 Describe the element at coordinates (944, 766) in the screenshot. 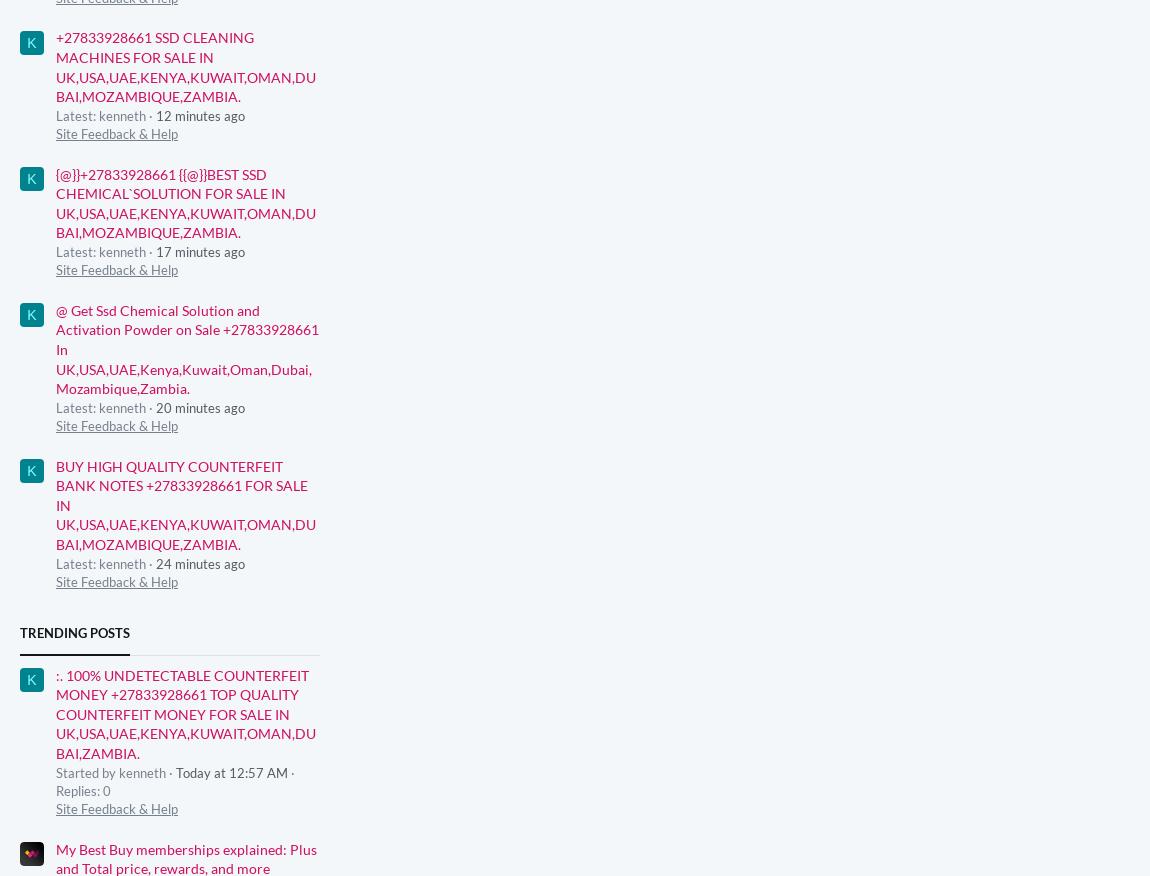

I see `'Windows Central'` at that location.